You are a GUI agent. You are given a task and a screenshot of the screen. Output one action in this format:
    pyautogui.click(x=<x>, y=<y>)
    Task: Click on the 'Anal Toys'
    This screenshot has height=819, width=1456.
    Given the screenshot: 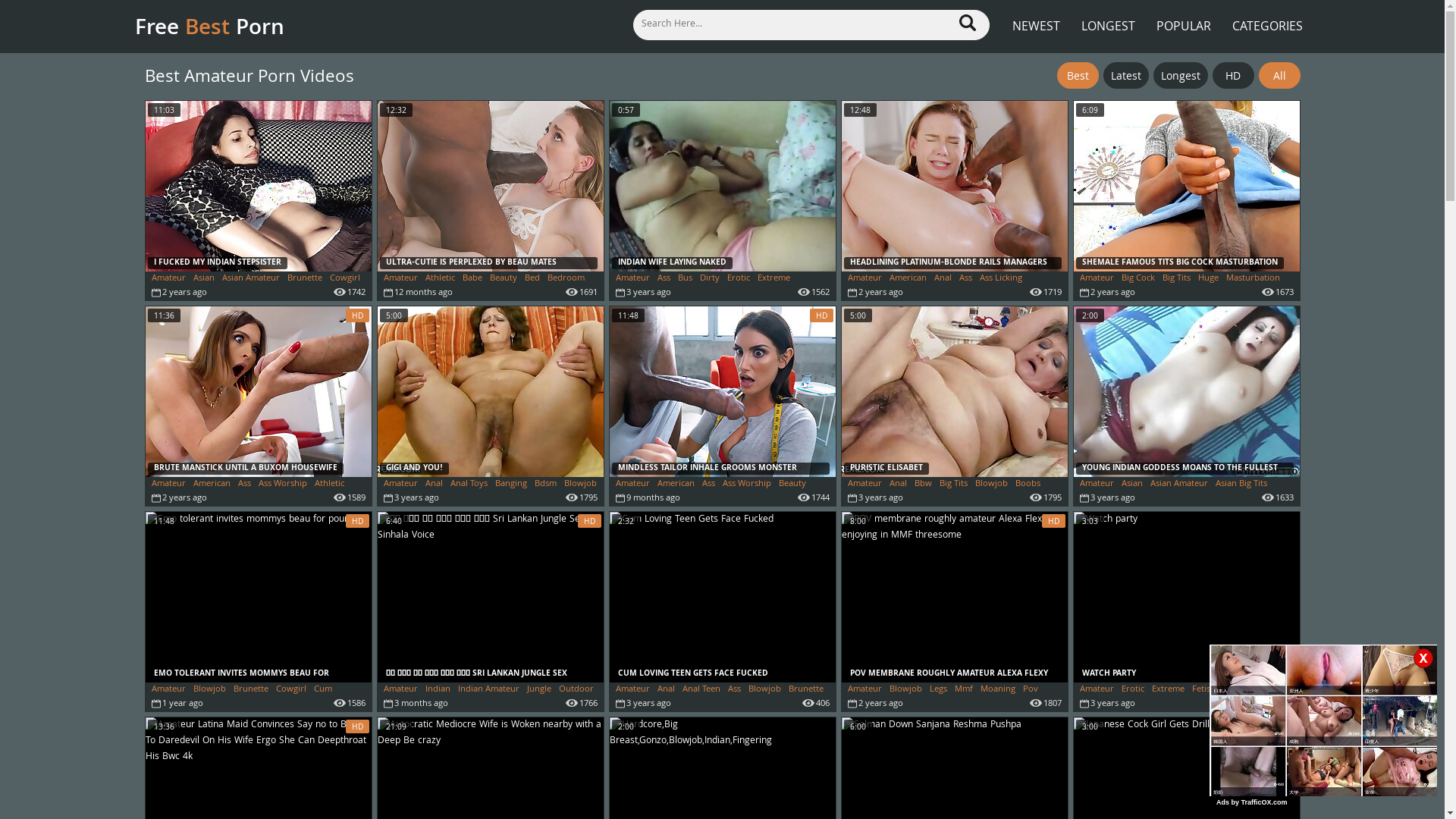 What is the action you would take?
    pyautogui.click(x=468, y=484)
    